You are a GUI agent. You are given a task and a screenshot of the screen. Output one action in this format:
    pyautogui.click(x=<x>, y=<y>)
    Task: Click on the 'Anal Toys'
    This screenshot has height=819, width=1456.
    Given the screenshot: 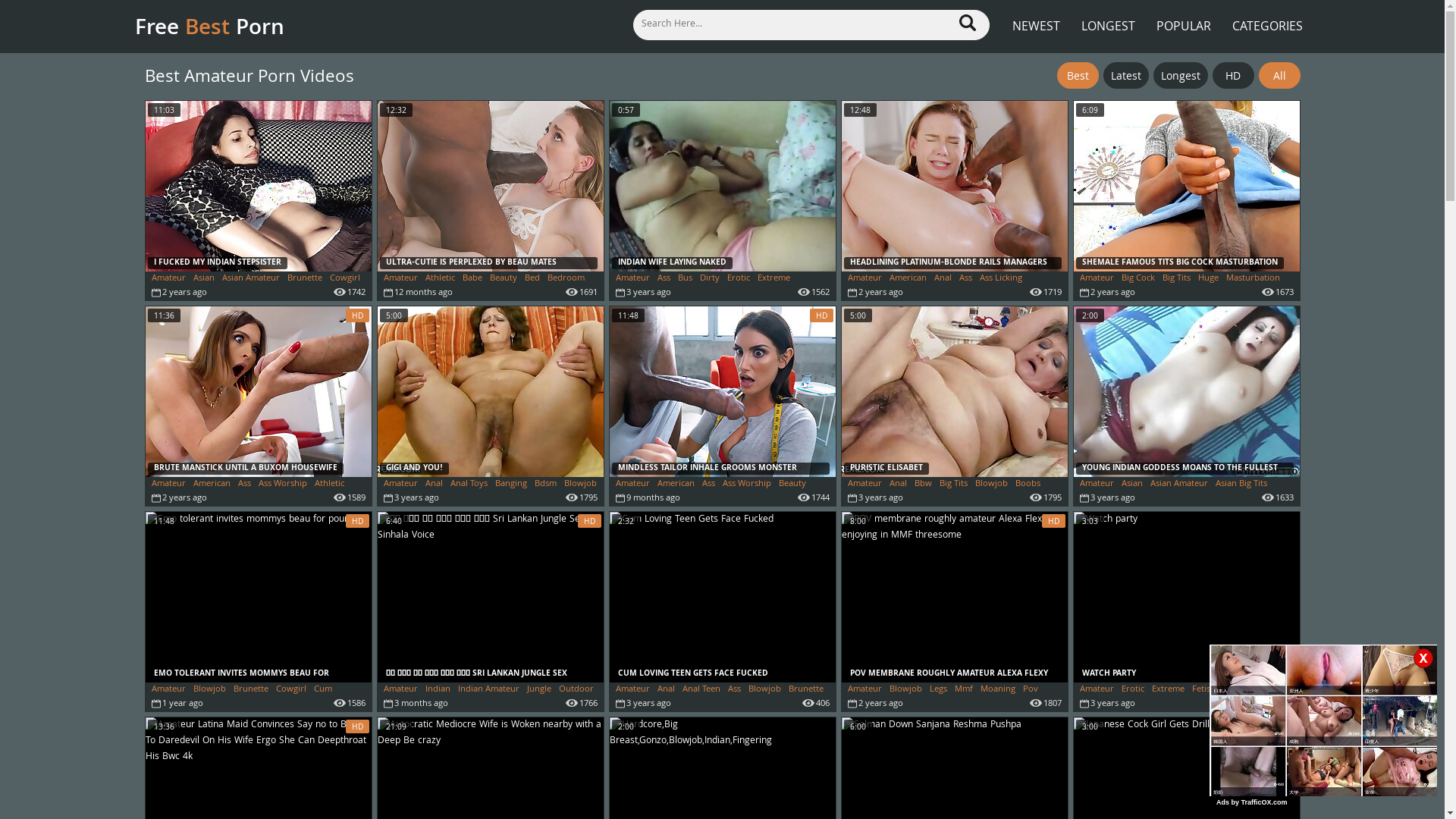 What is the action you would take?
    pyautogui.click(x=468, y=484)
    